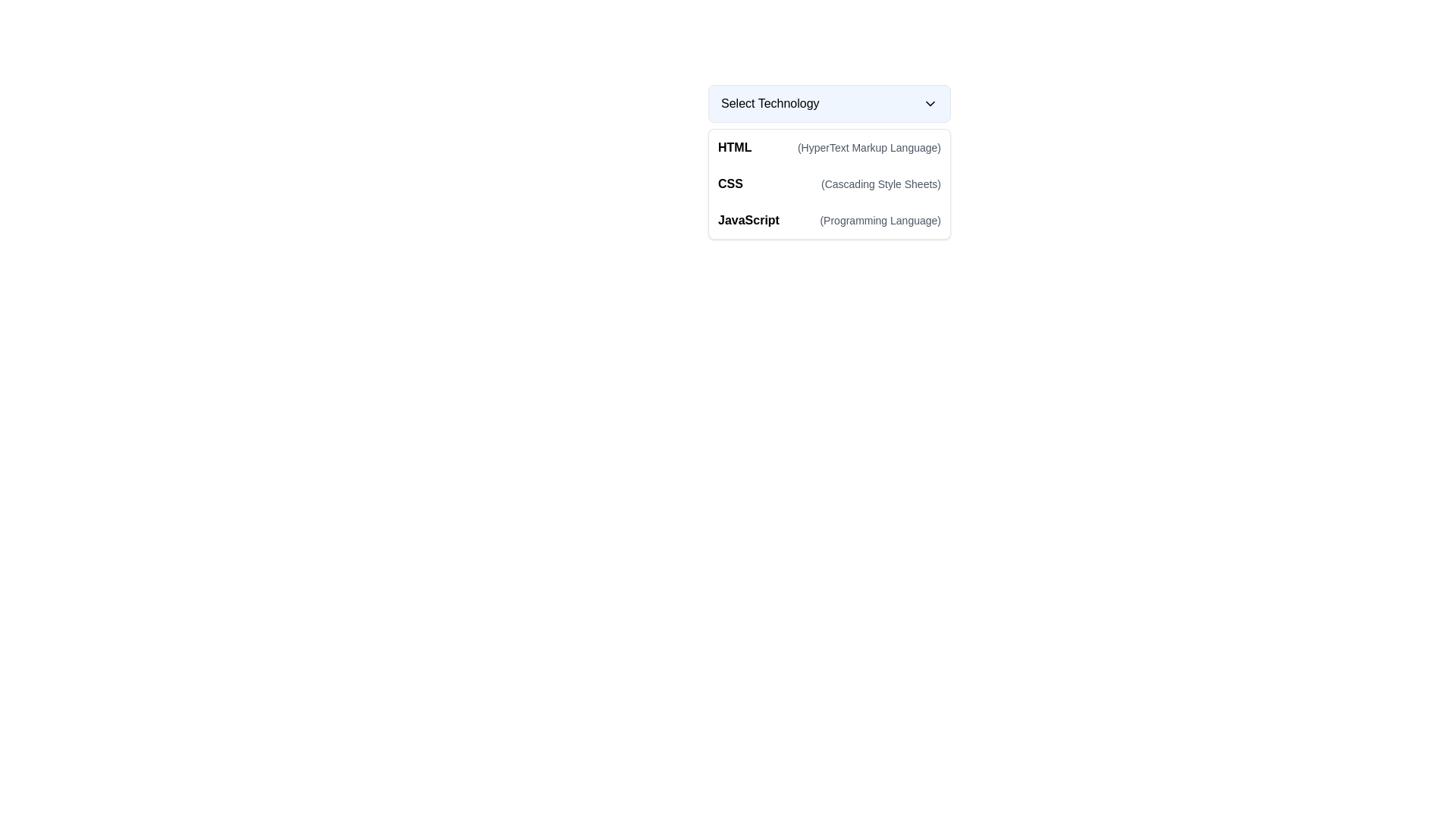  I want to click on the text label that reads '(Programming Language)', which is styled with a smaller font size and light gray color, located within the dropdown menu under the selectable option 'JavaScript', so click(880, 220).